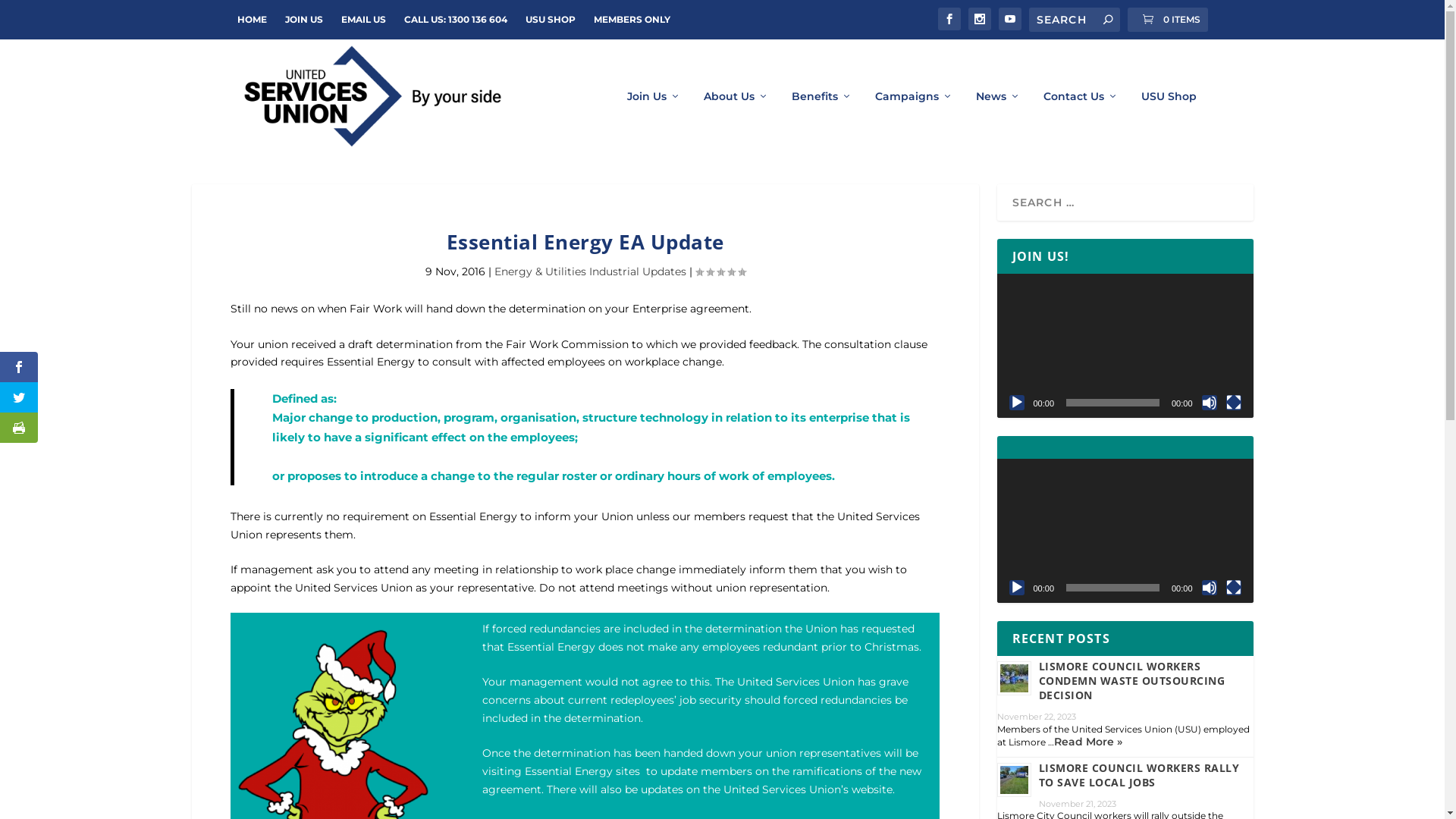 The image size is (1456, 819). Describe the element at coordinates (975, 121) in the screenshot. I see `'News'` at that location.